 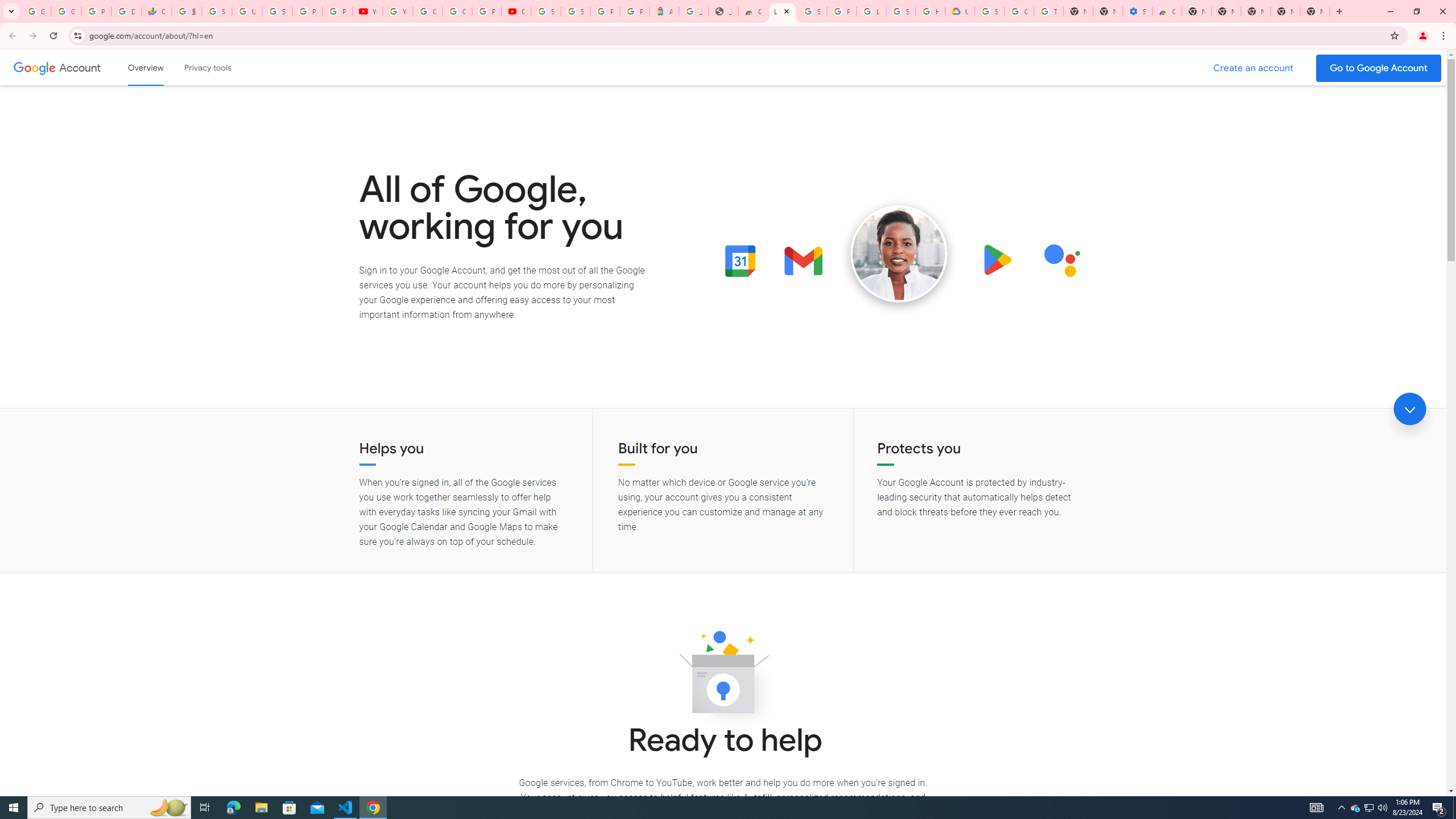 What do you see at coordinates (1166, 11) in the screenshot?
I see `'Chrome Web Store - Accessibility extensions'` at bounding box center [1166, 11].